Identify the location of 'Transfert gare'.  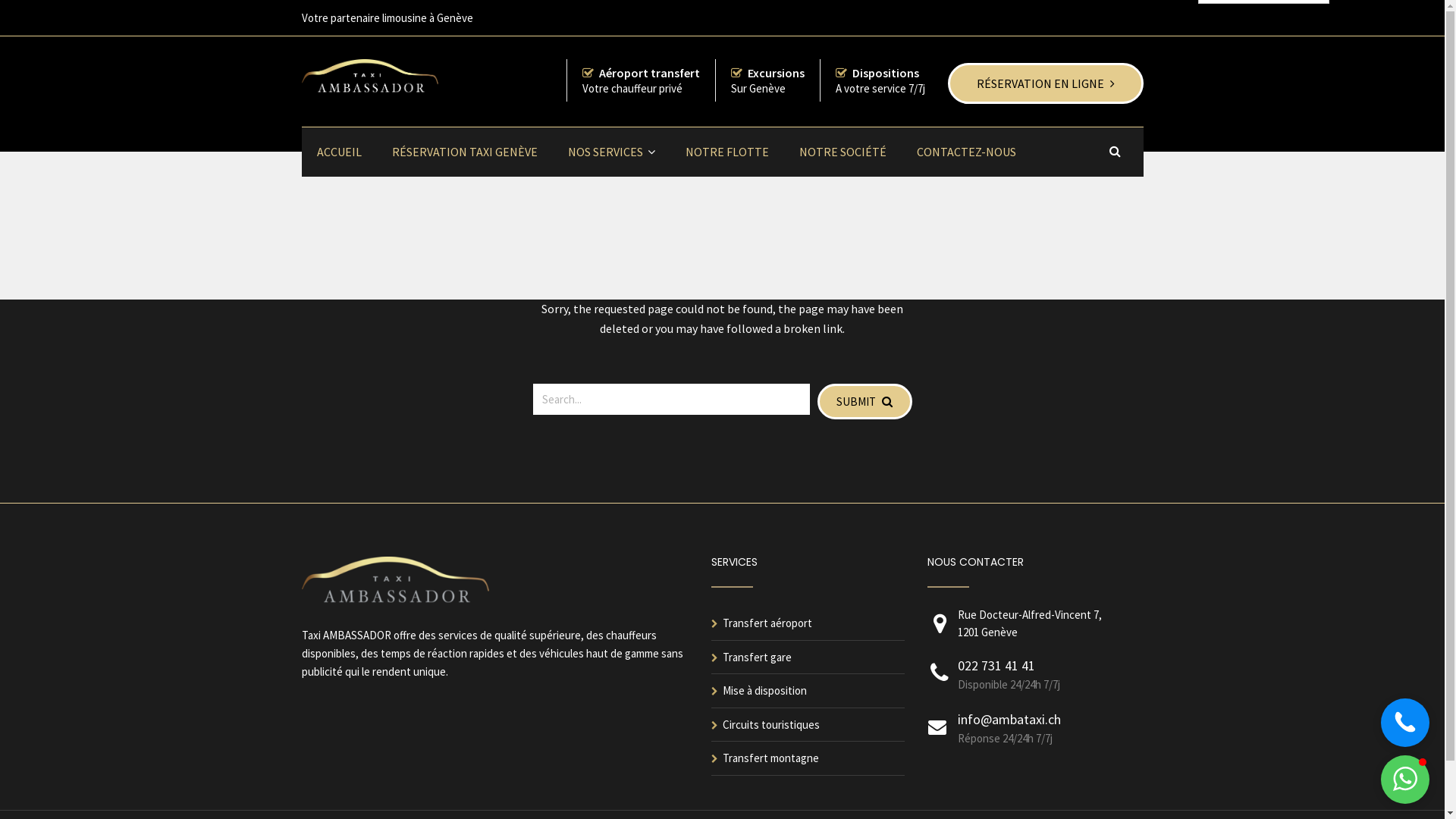
(756, 656).